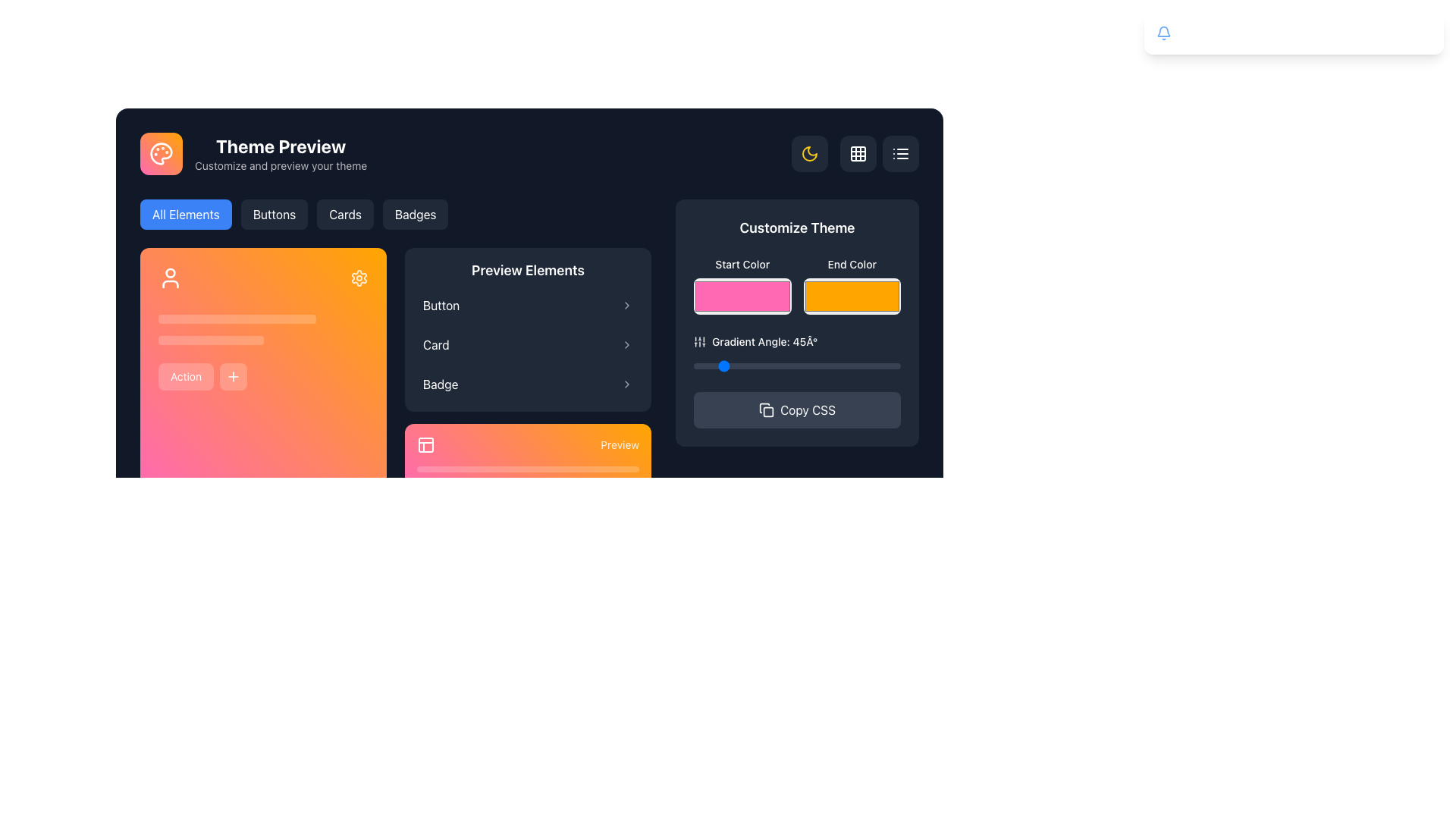 The width and height of the screenshot is (1456, 819). I want to click on the Label providing a description for the 'Theme Preview' section, so click(281, 166).